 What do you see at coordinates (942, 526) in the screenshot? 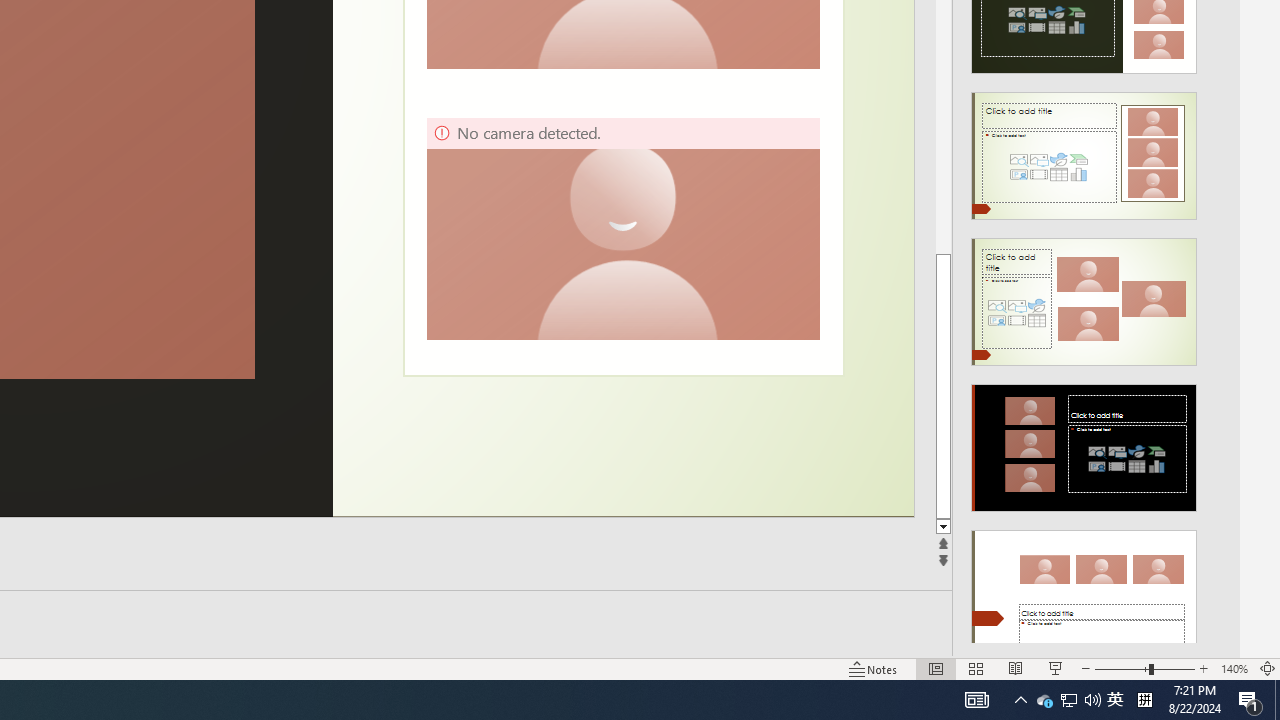
I see `'Line down'` at bounding box center [942, 526].